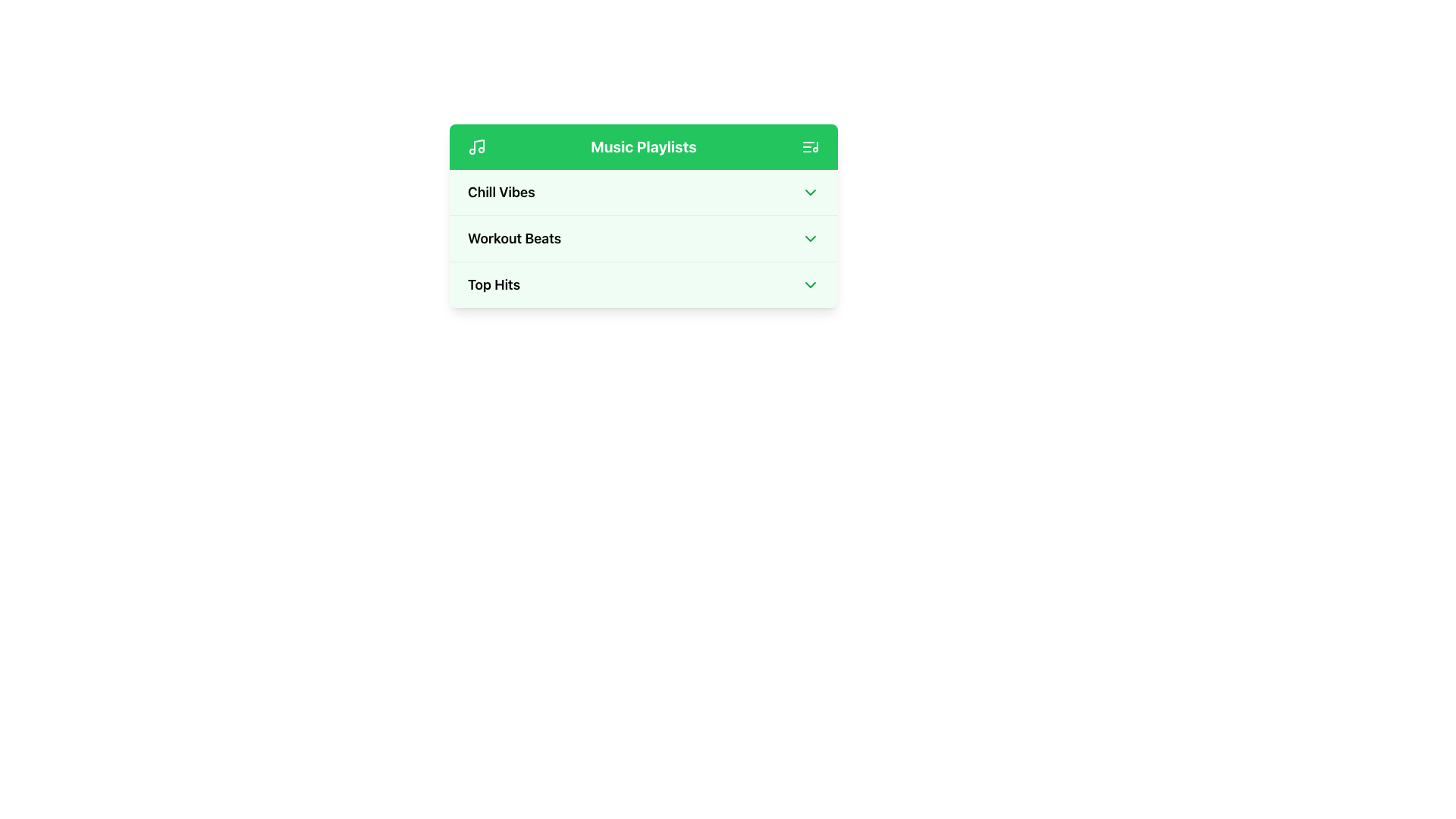 This screenshot has width=1456, height=819. Describe the element at coordinates (810, 192) in the screenshot. I see `the downward-pointing chevron icon button with a green outline next to 'Chill Vibes' in the playlist interface` at that location.